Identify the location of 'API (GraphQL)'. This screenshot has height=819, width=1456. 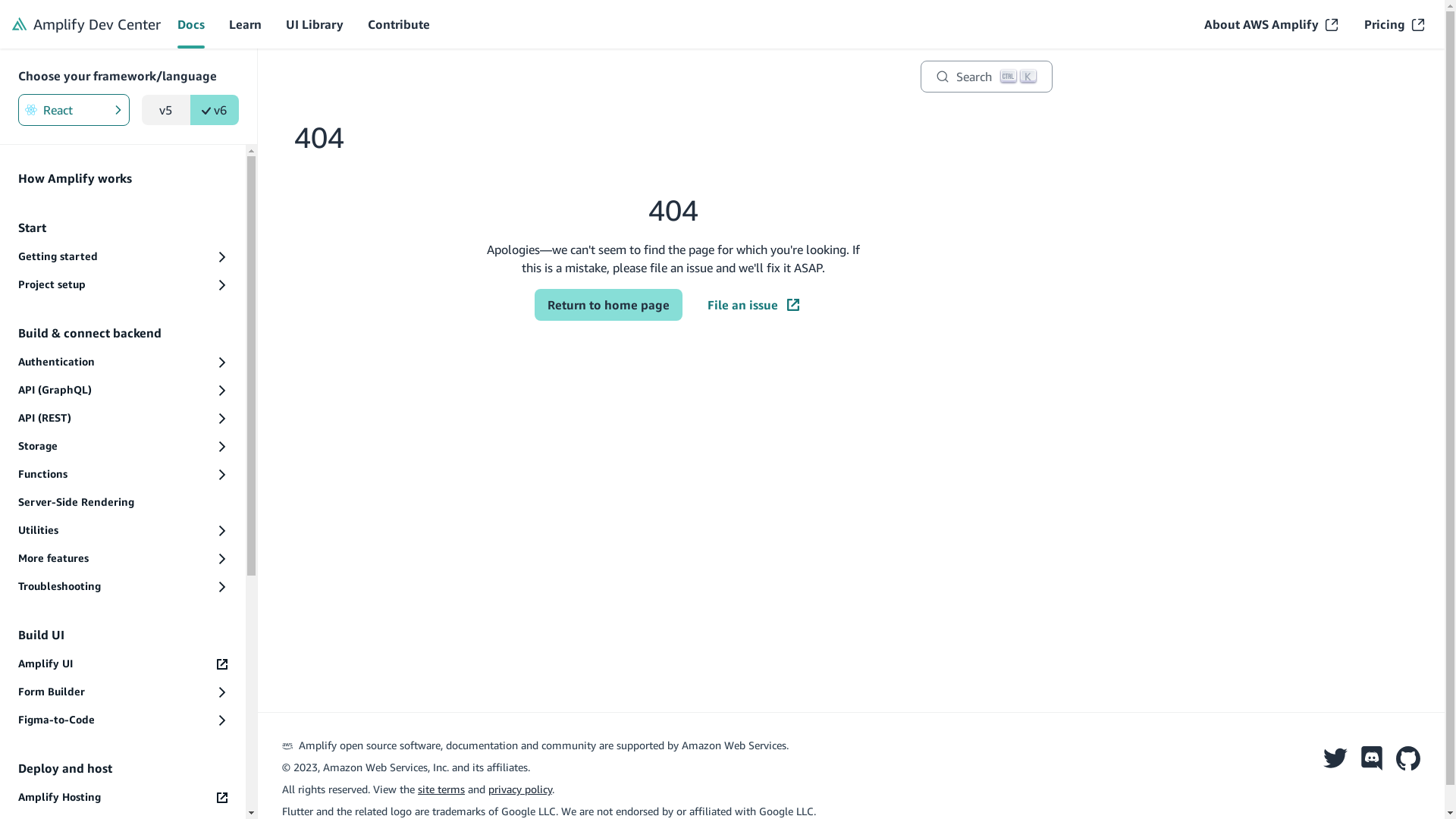
(123, 389).